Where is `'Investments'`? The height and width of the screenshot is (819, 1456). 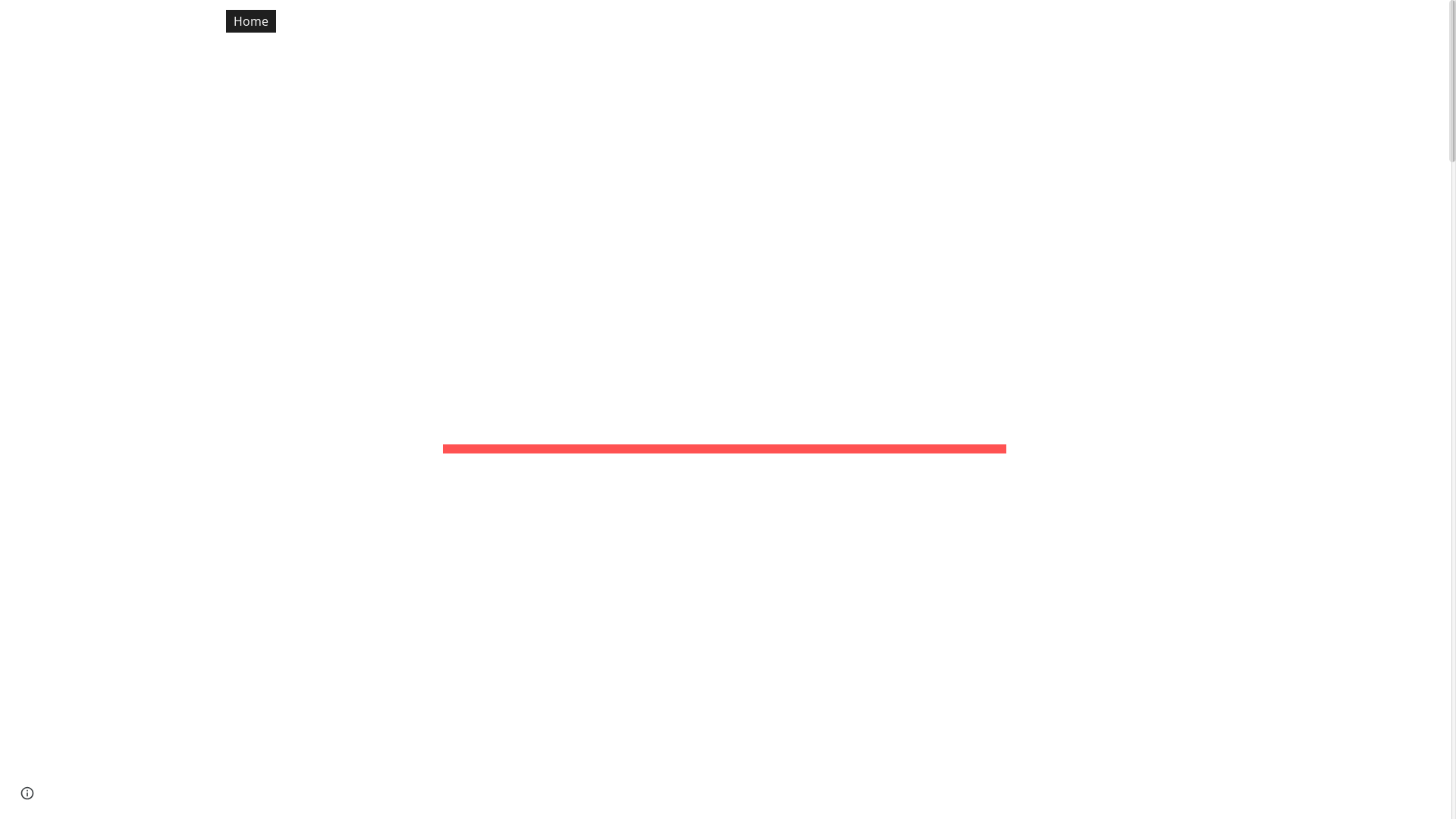 'Investments' is located at coordinates (687, 20).